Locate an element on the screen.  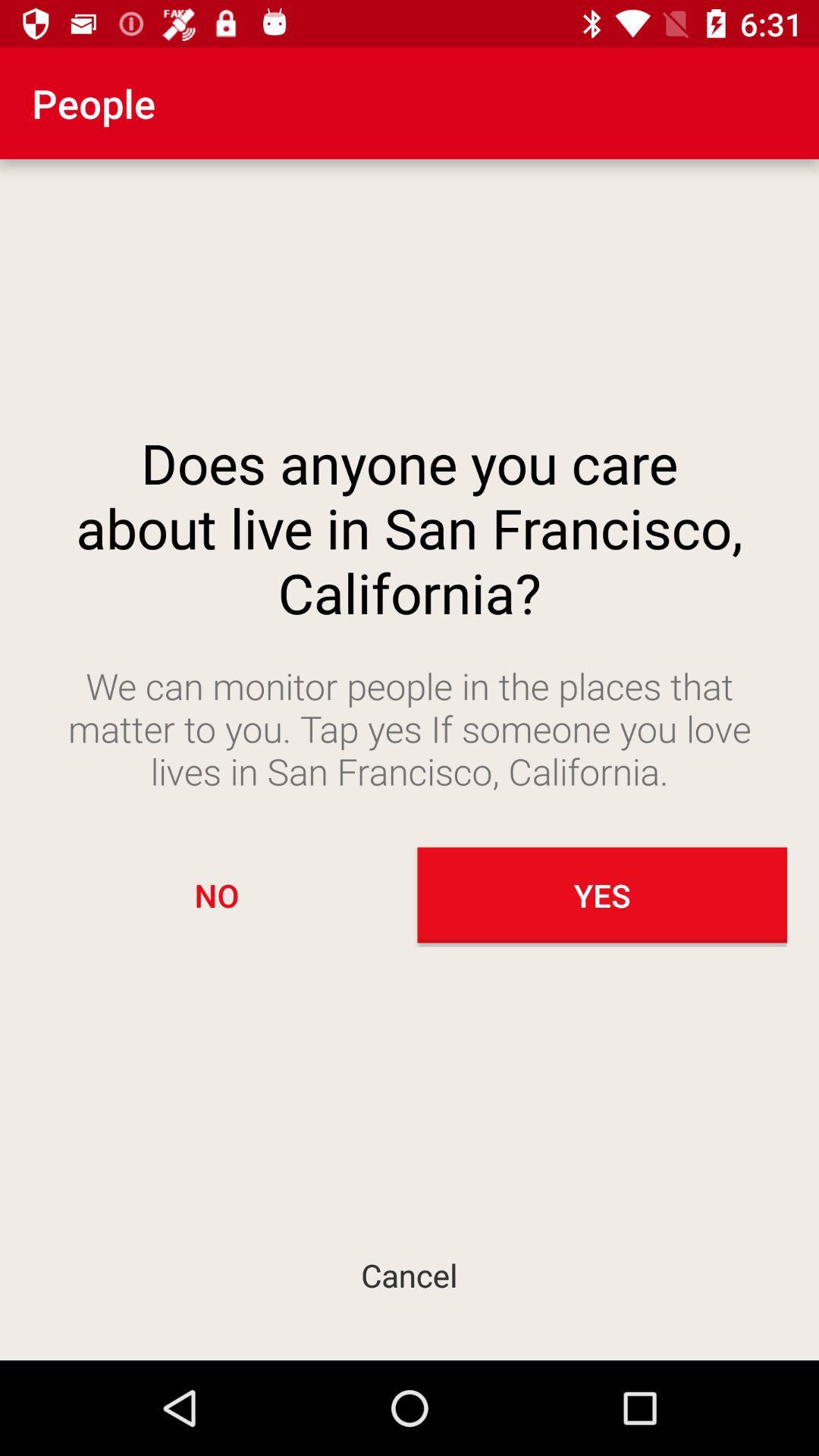
the icon next to yes item is located at coordinates (216, 895).